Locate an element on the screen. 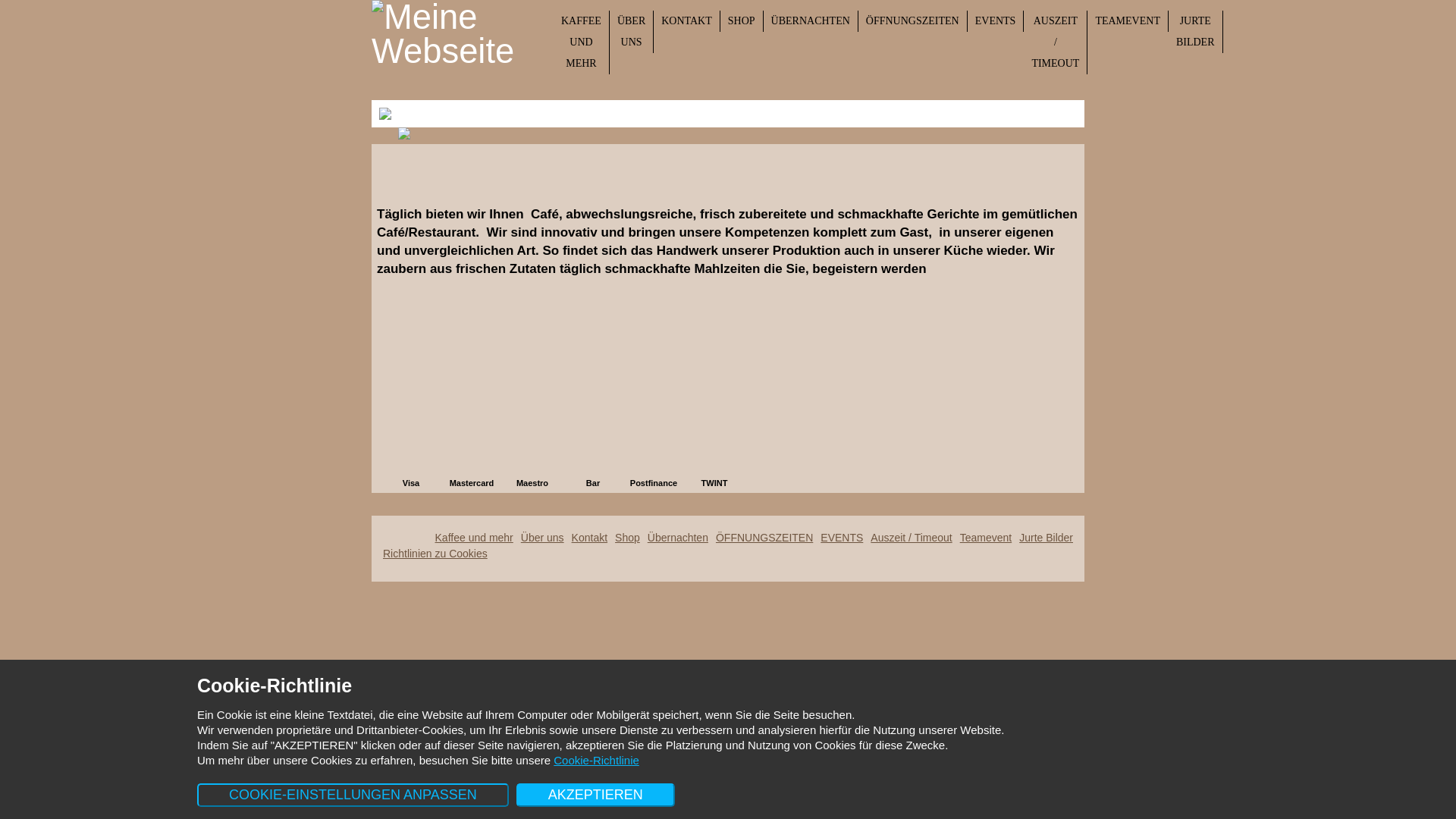 Image resolution: width=1456 pixels, height=819 pixels. 'AKZEPTIEREN' is located at coordinates (516, 794).